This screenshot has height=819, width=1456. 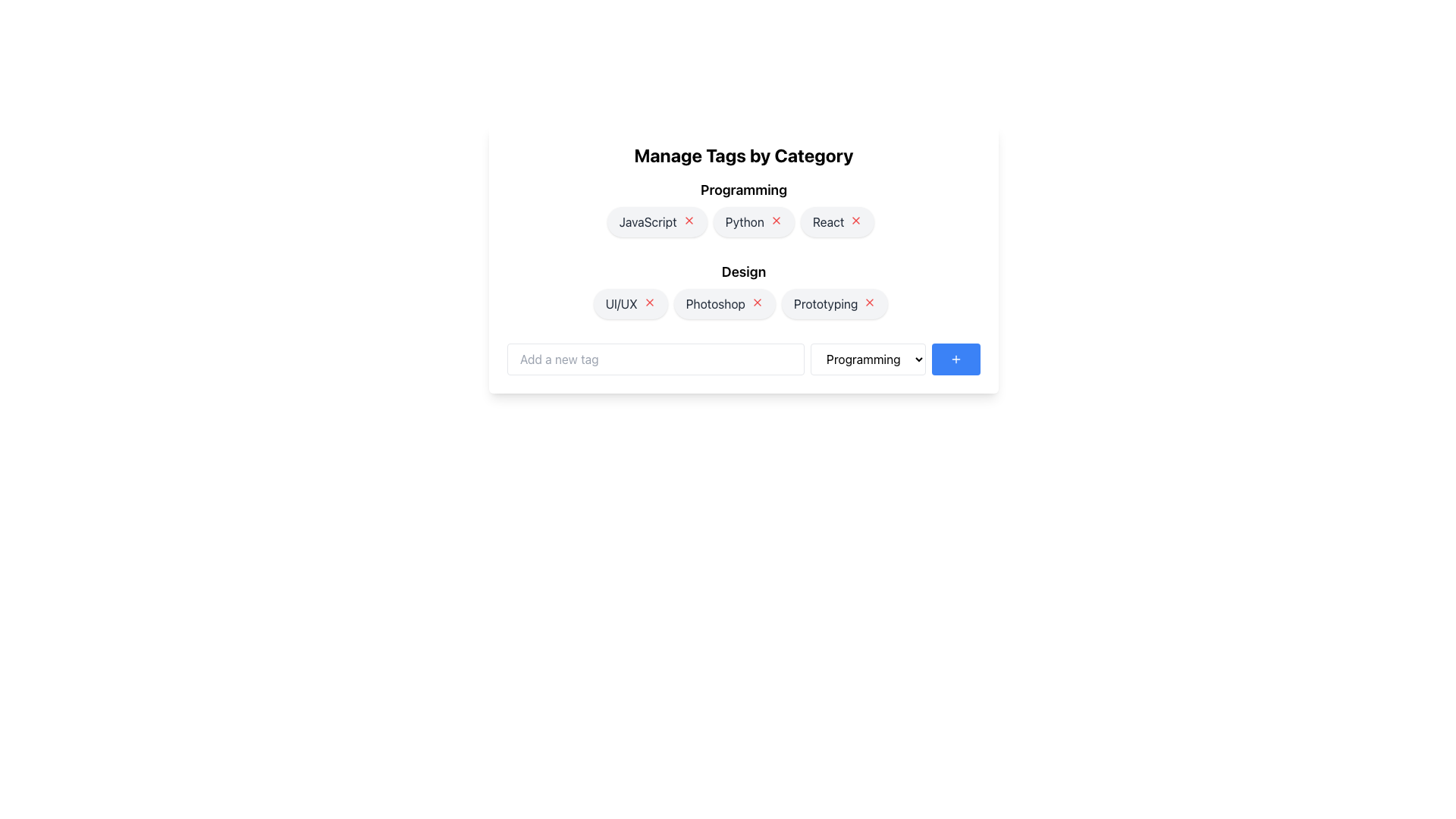 What do you see at coordinates (955, 359) in the screenshot?
I see `the 'plus' sign icon within the blue button located at the far right of the input area` at bounding box center [955, 359].